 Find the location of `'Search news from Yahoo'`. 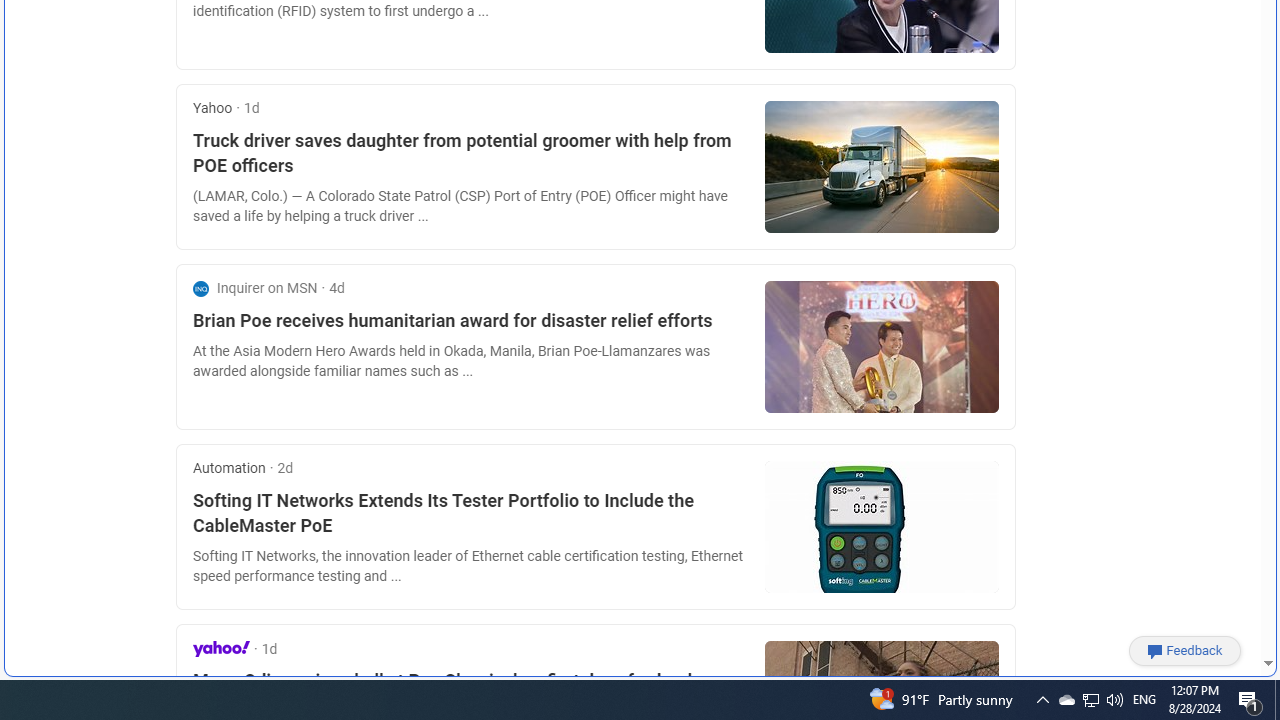

'Search news from Yahoo' is located at coordinates (221, 648).